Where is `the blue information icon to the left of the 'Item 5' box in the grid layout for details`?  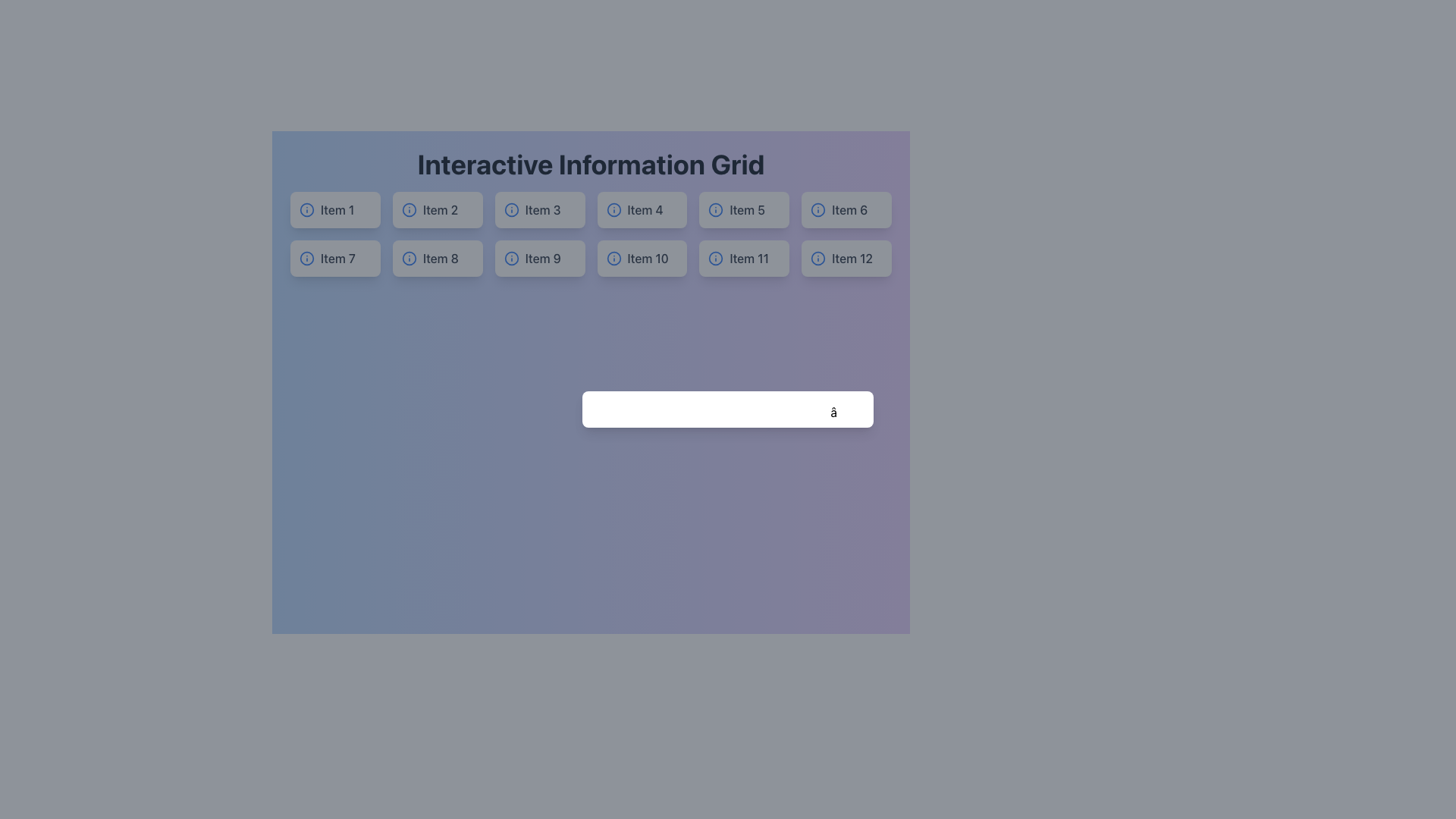 the blue information icon to the left of the 'Item 5' box in the grid layout for details is located at coordinates (744, 210).